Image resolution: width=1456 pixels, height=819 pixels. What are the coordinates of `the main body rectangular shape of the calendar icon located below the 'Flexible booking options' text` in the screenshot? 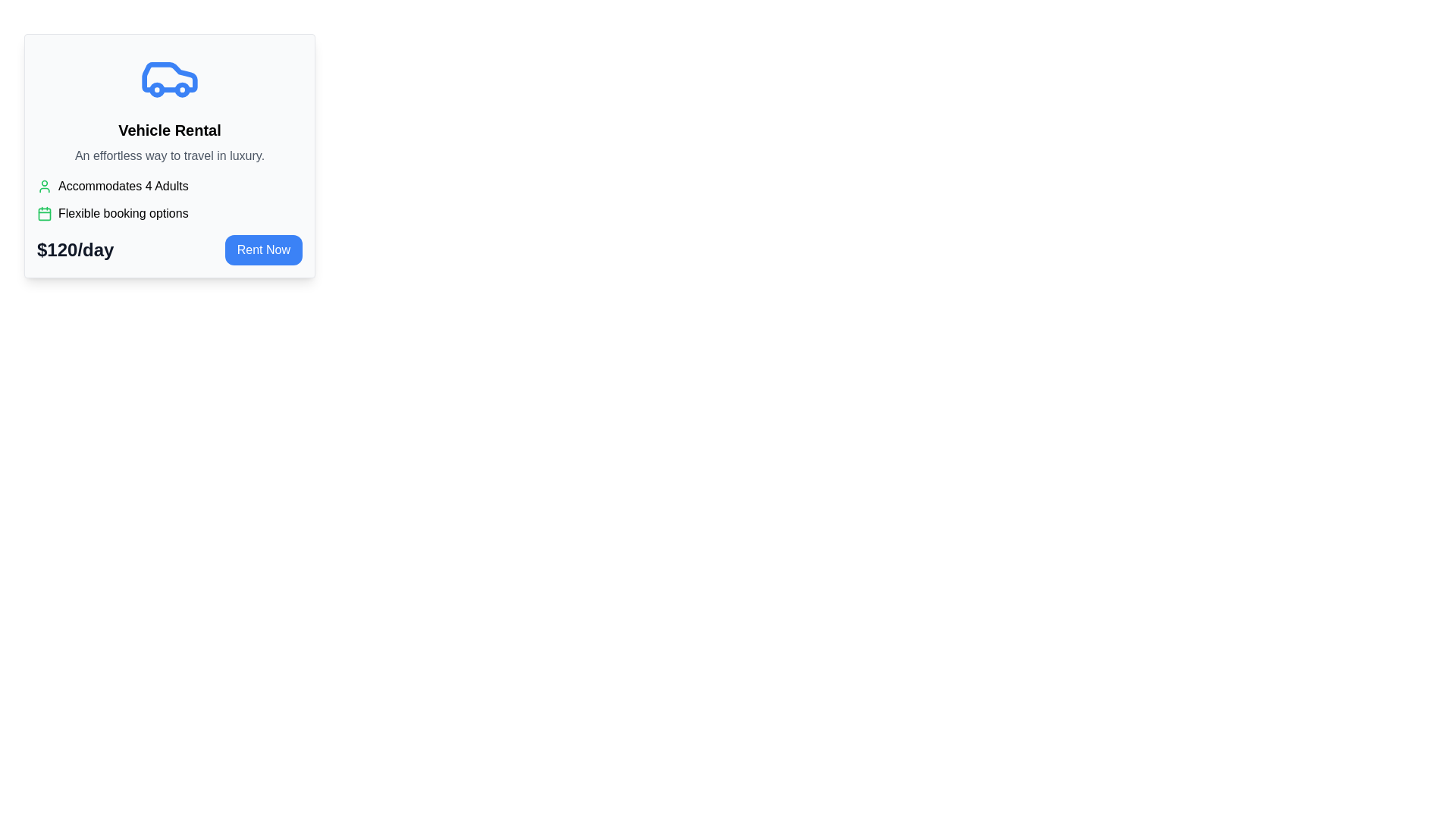 It's located at (44, 213).